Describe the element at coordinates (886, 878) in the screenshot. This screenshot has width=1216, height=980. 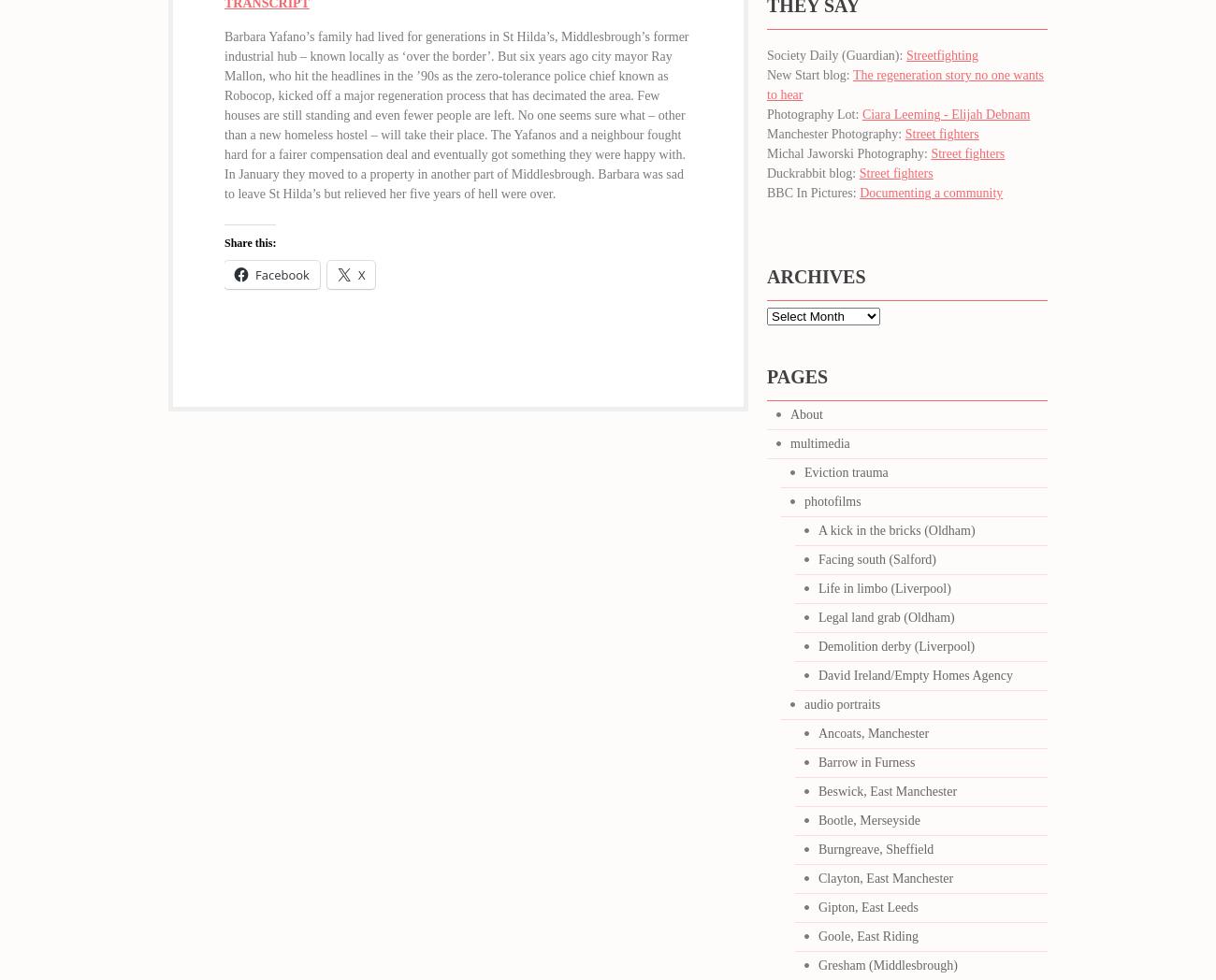
I see `'Clayton, East Manchester'` at that location.